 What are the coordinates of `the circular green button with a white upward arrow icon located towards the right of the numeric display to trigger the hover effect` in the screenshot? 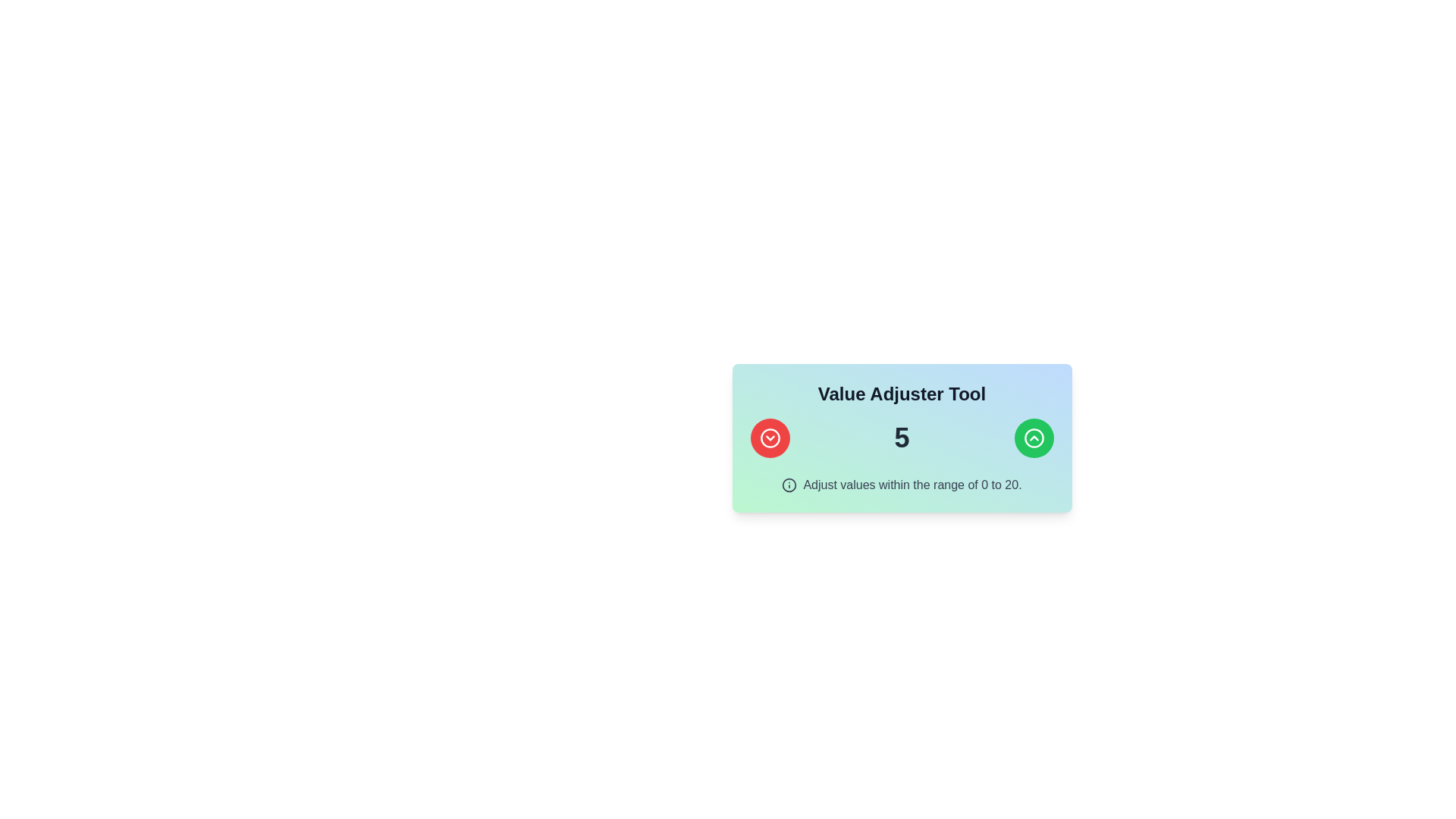 It's located at (1033, 438).